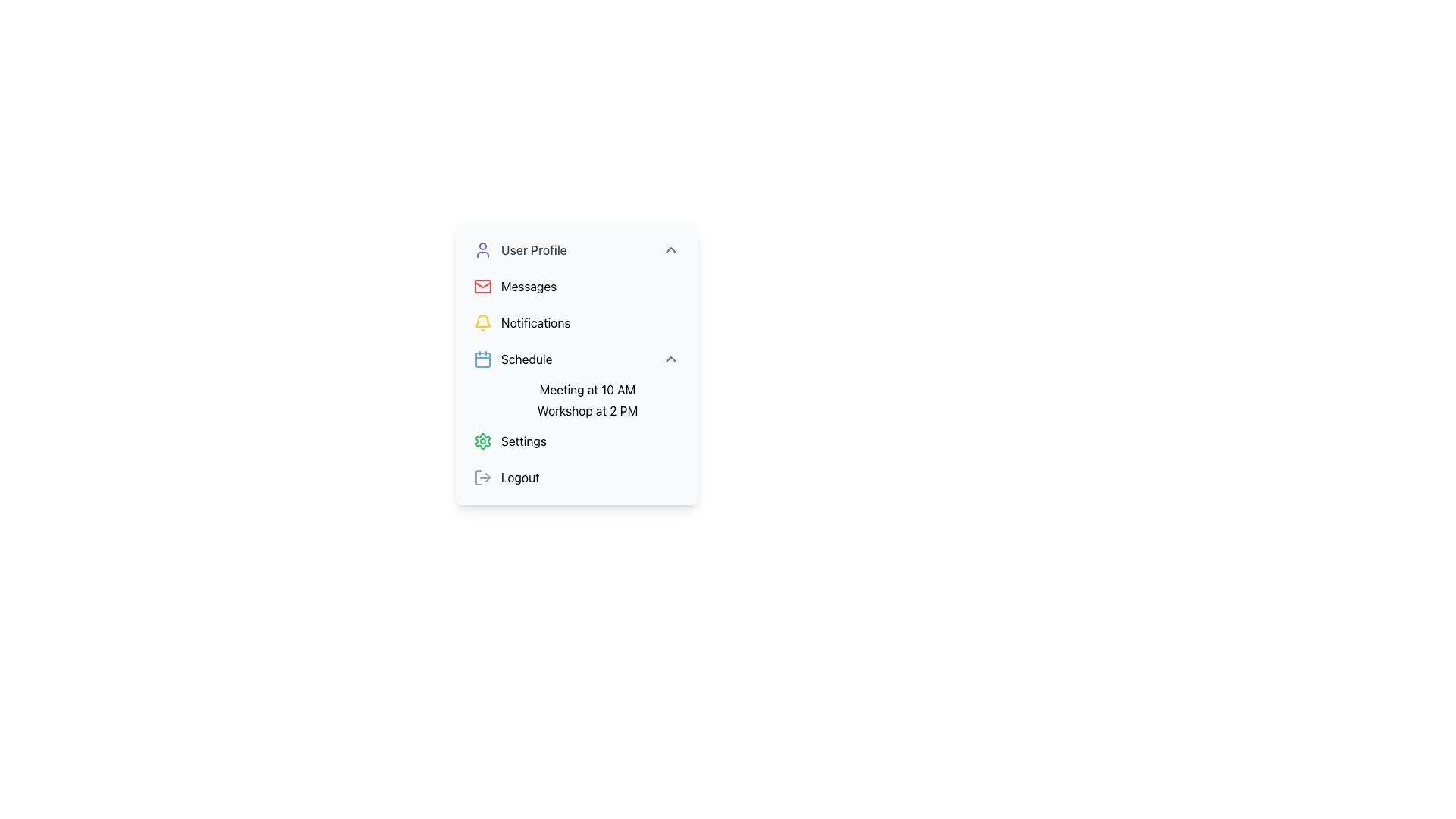 This screenshot has width=1456, height=819. I want to click on the decorative SVG Rectangle that visually indicates a mail or messaging function, located within the envelope-like icon, so click(482, 287).